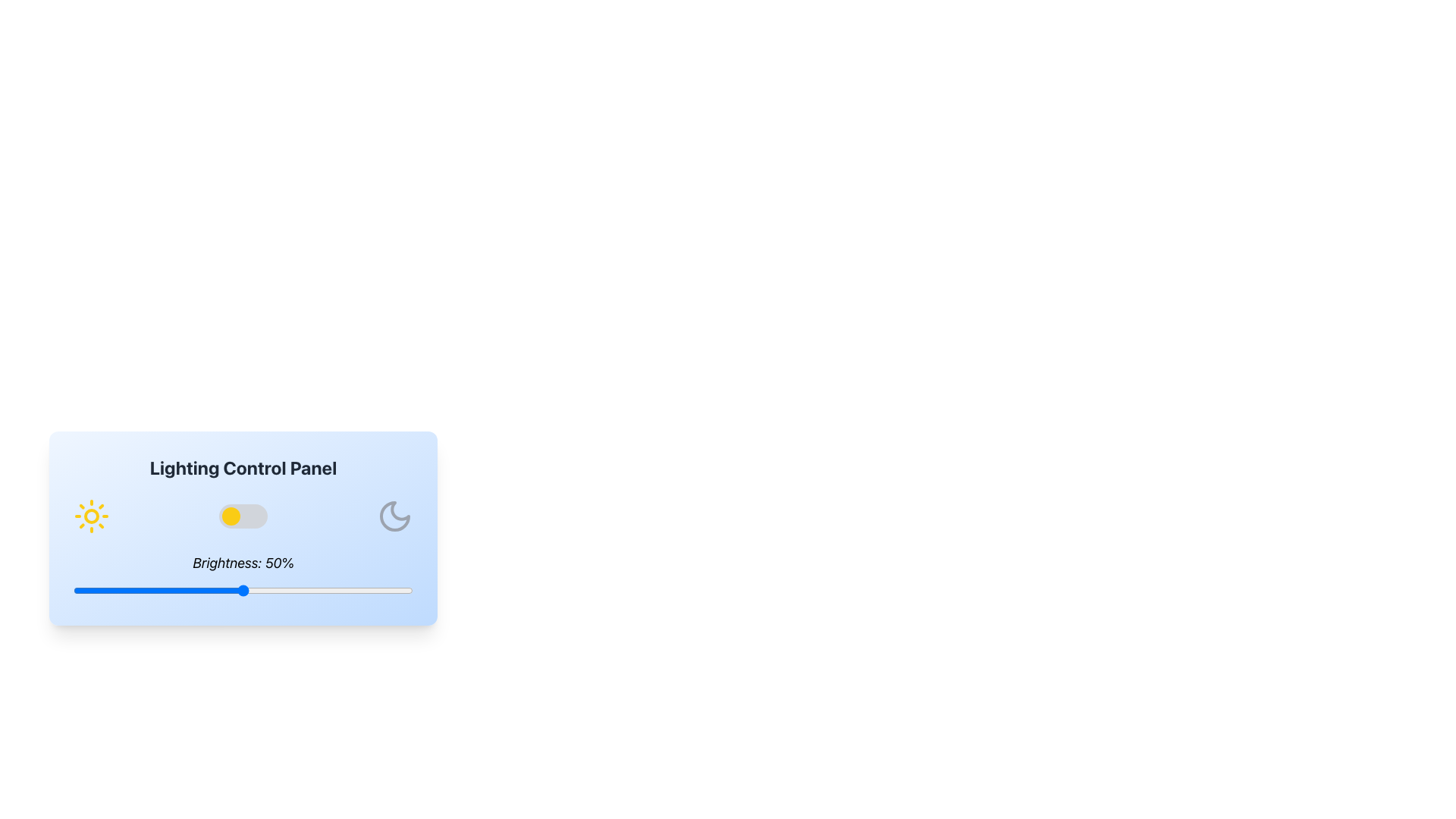  Describe the element at coordinates (303, 590) in the screenshot. I see `the brightness` at that location.